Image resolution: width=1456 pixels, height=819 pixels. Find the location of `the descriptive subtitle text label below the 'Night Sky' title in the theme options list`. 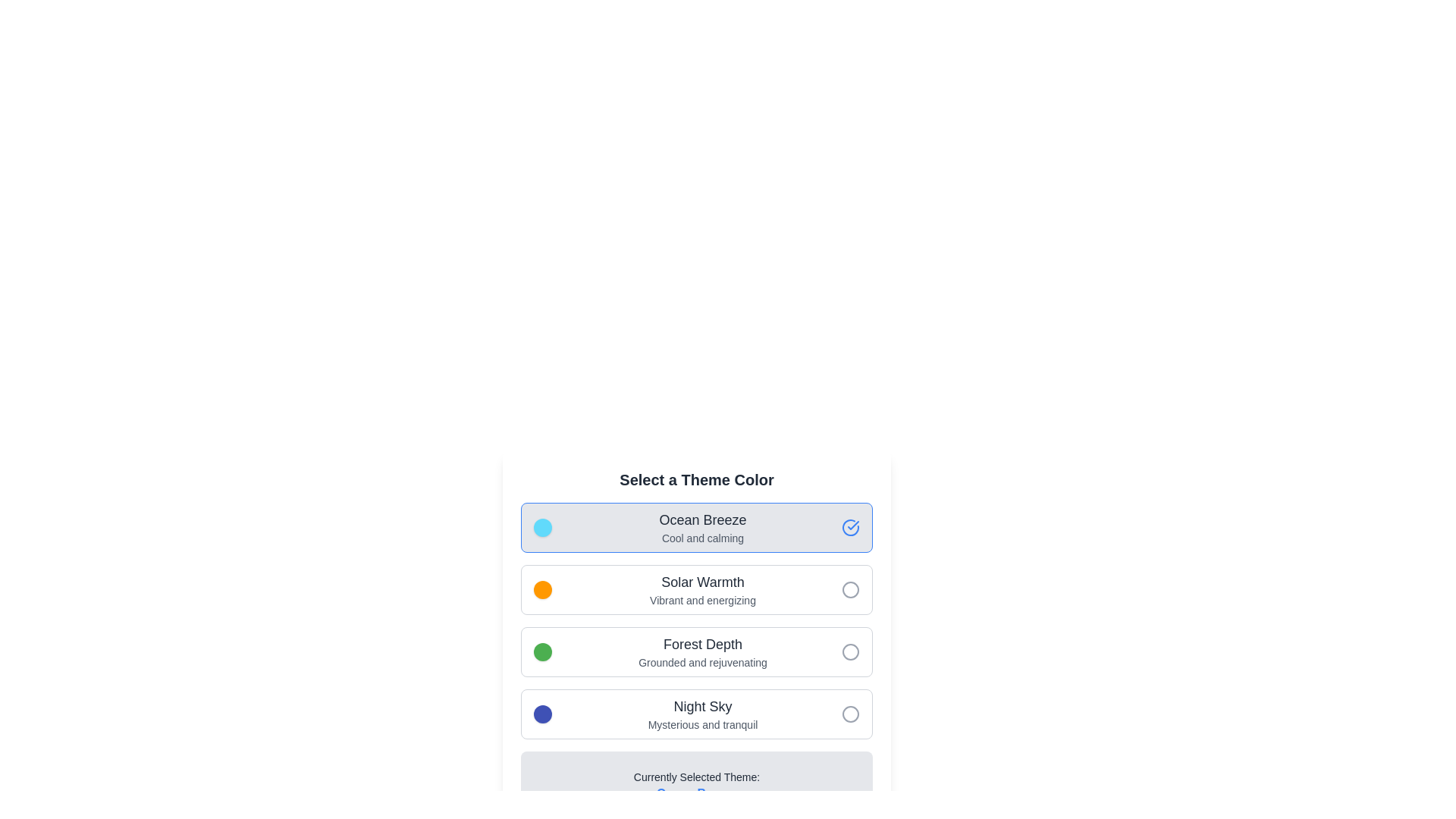

the descriptive subtitle text label below the 'Night Sky' title in the theme options list is located at coordinates (701, 724).